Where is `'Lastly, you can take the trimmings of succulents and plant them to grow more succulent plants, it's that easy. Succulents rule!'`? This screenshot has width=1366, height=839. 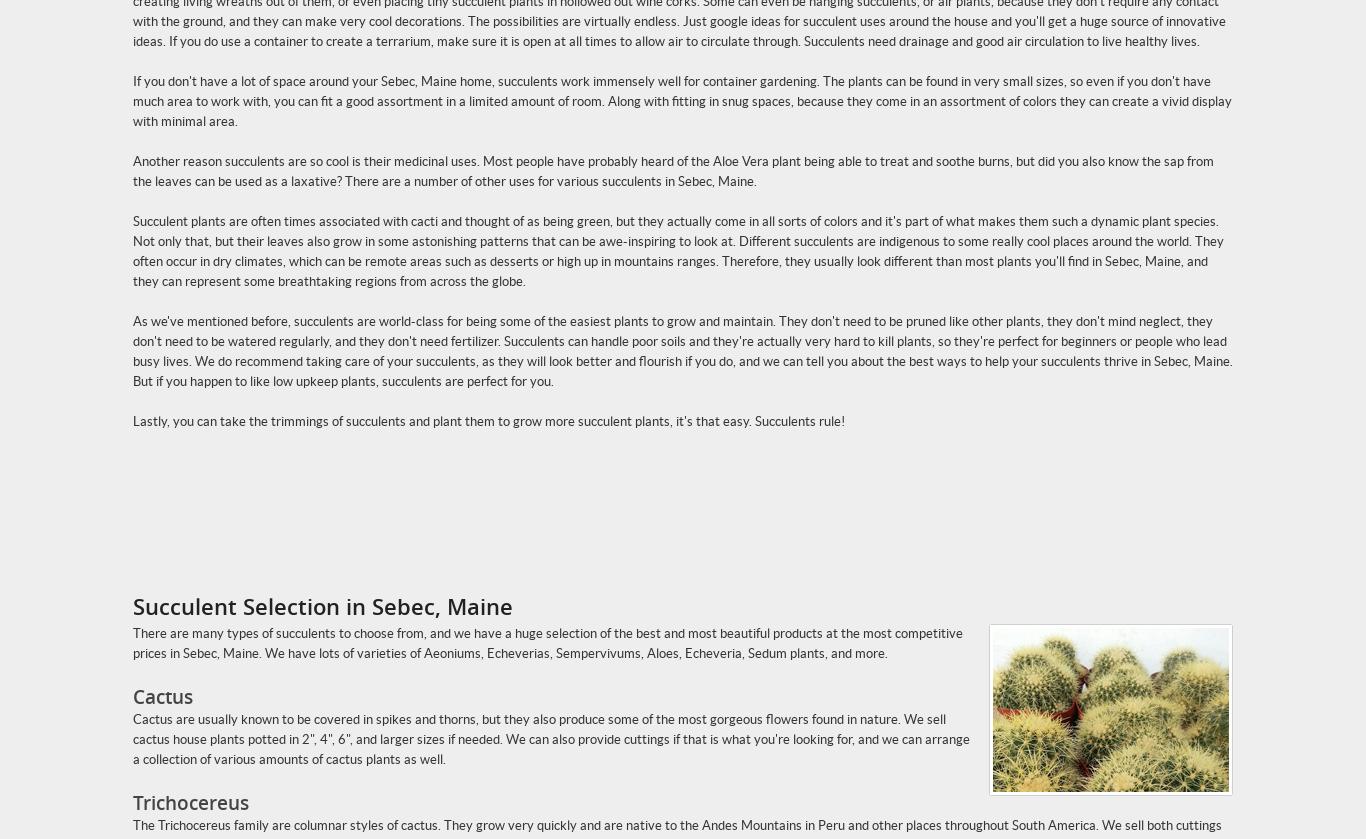
'Lastly, you can take the trimmings of succulents and plant them to grow more succulent plants, it's that easy. Succulents rule!' is located at coordinates (132, 420).